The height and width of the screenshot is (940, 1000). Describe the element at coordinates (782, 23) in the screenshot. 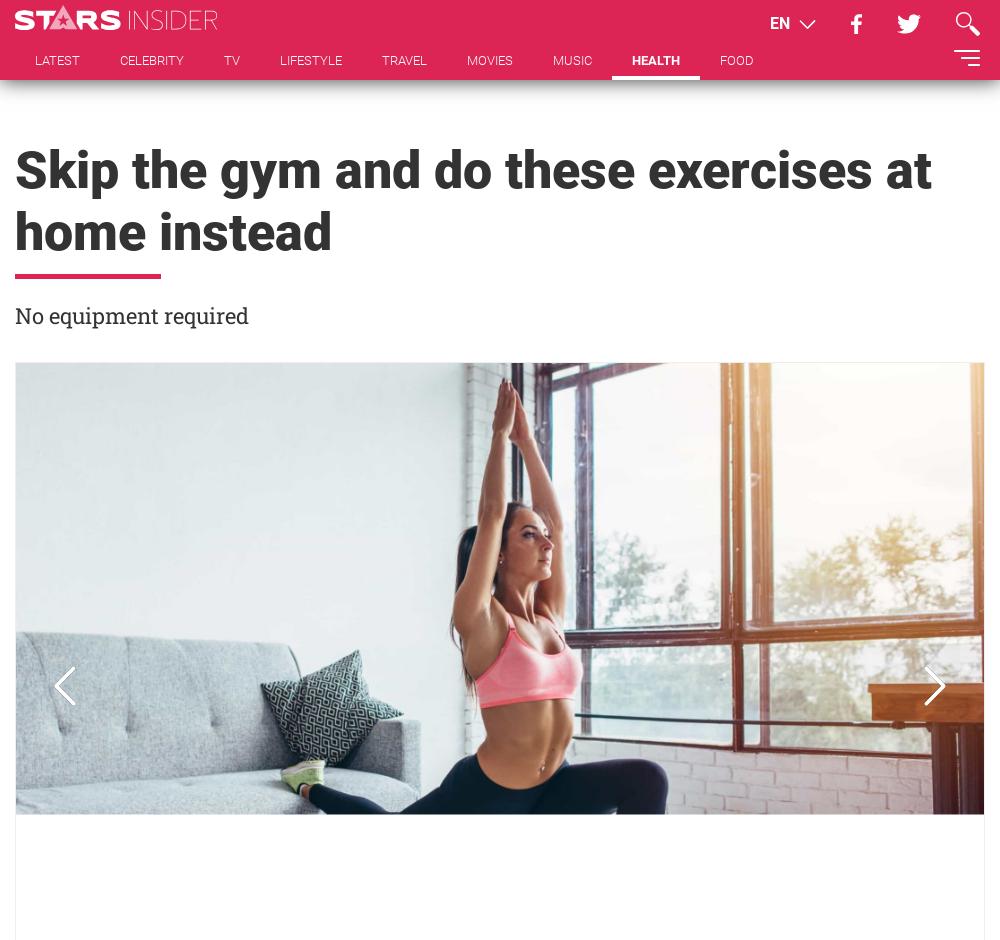

I see `'EN'` at that location.